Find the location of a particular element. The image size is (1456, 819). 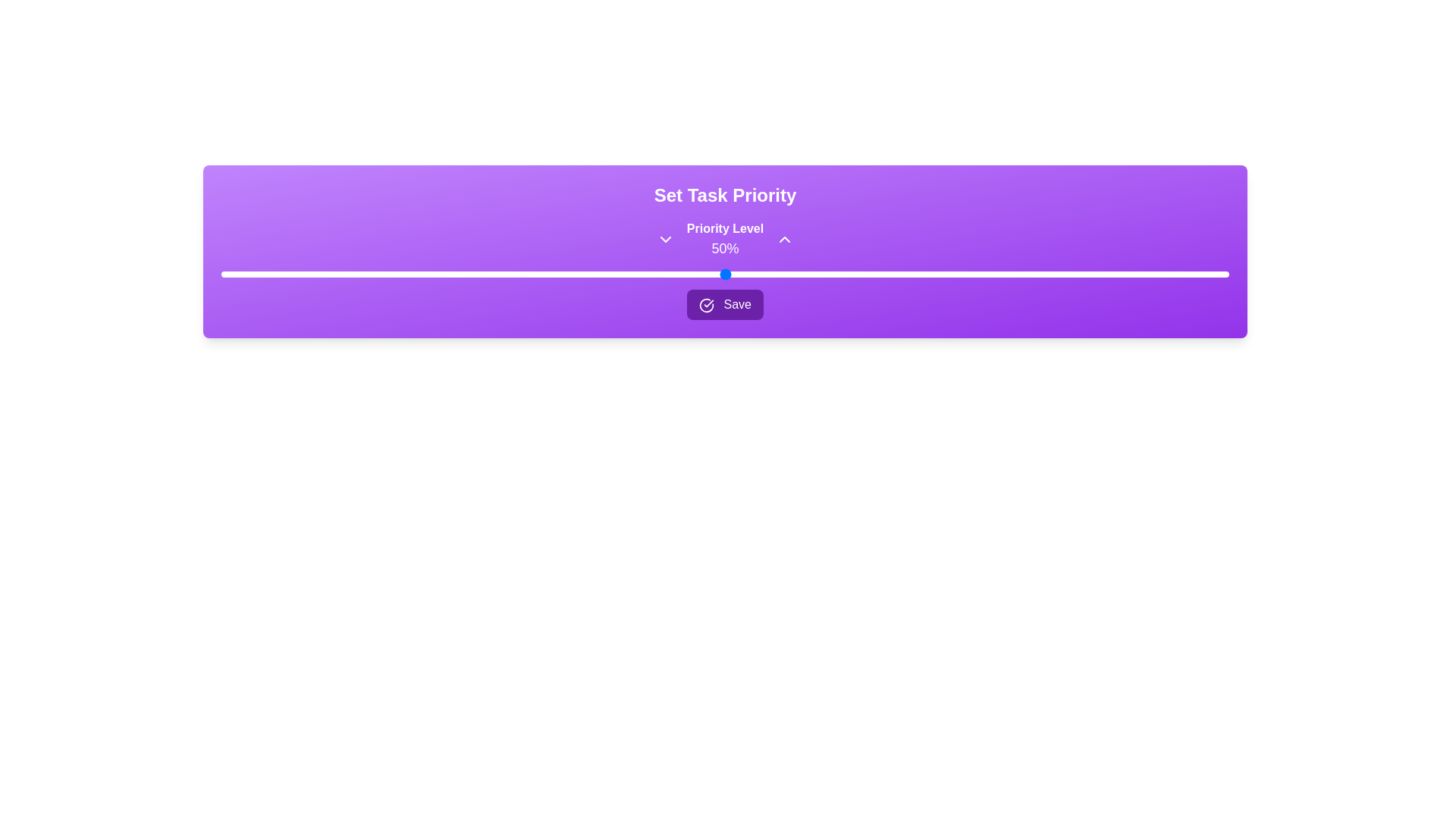

the priority level is located at coordinates (1087, 275).